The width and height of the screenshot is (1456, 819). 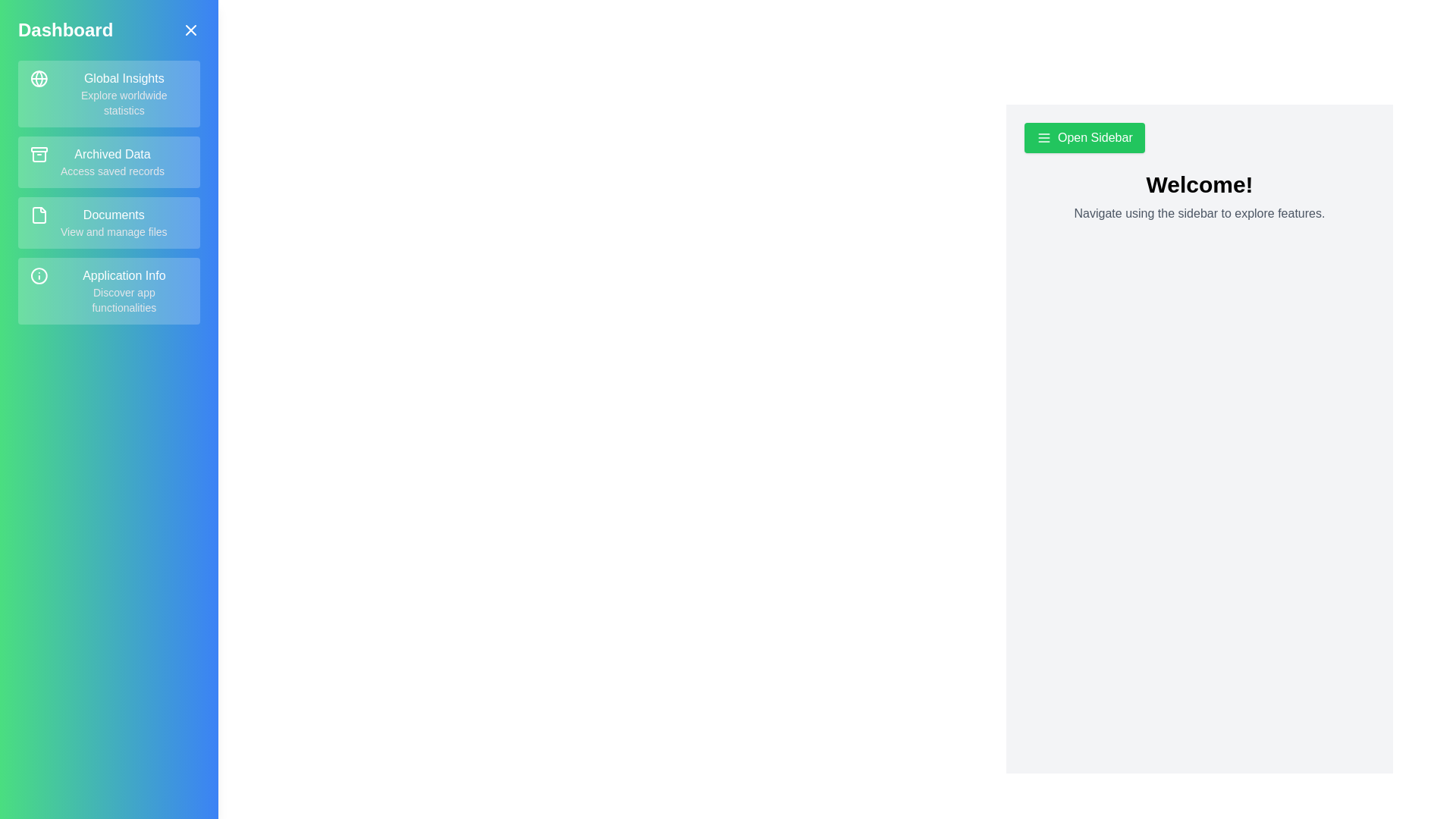 What do you see at coordinates (108, 291) in the screenshot?
I see `the menu item Application Info in the sidebar` at bounding box center [108, 291].